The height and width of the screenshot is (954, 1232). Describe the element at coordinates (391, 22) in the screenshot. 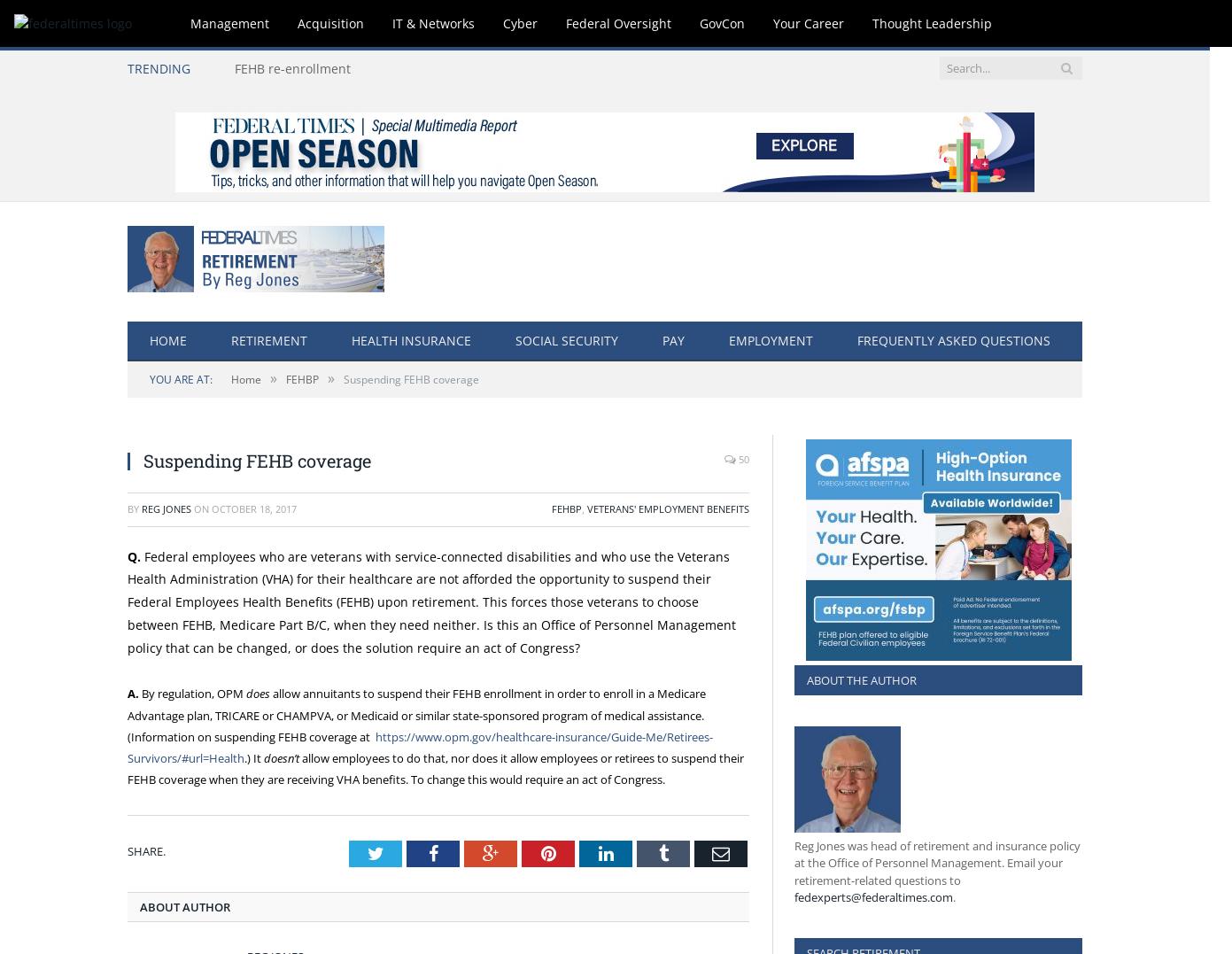

I see `'IT & Networks'` at that location.